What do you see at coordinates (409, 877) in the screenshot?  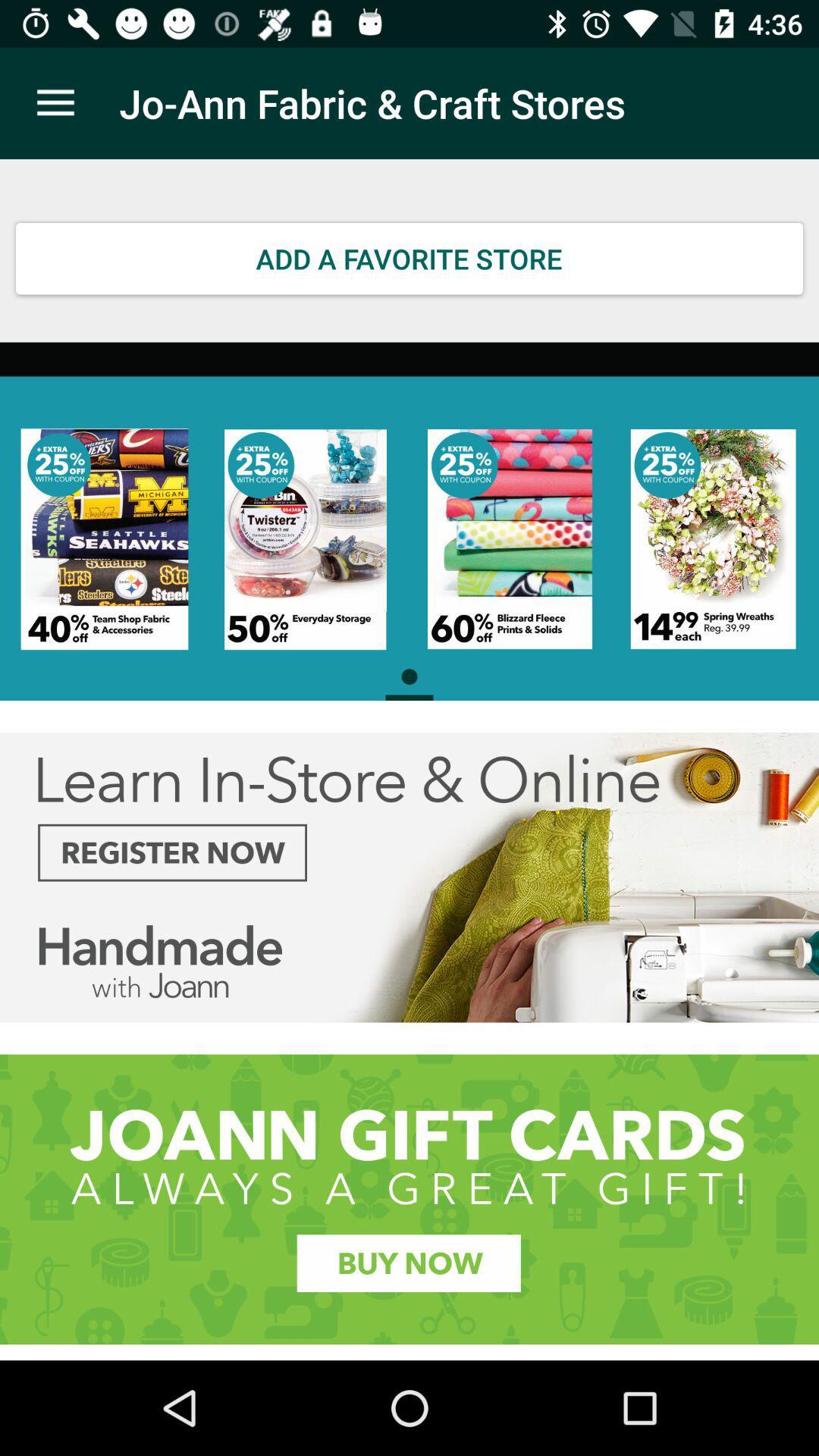 I see `register for program` at bounding box center [409, 877].